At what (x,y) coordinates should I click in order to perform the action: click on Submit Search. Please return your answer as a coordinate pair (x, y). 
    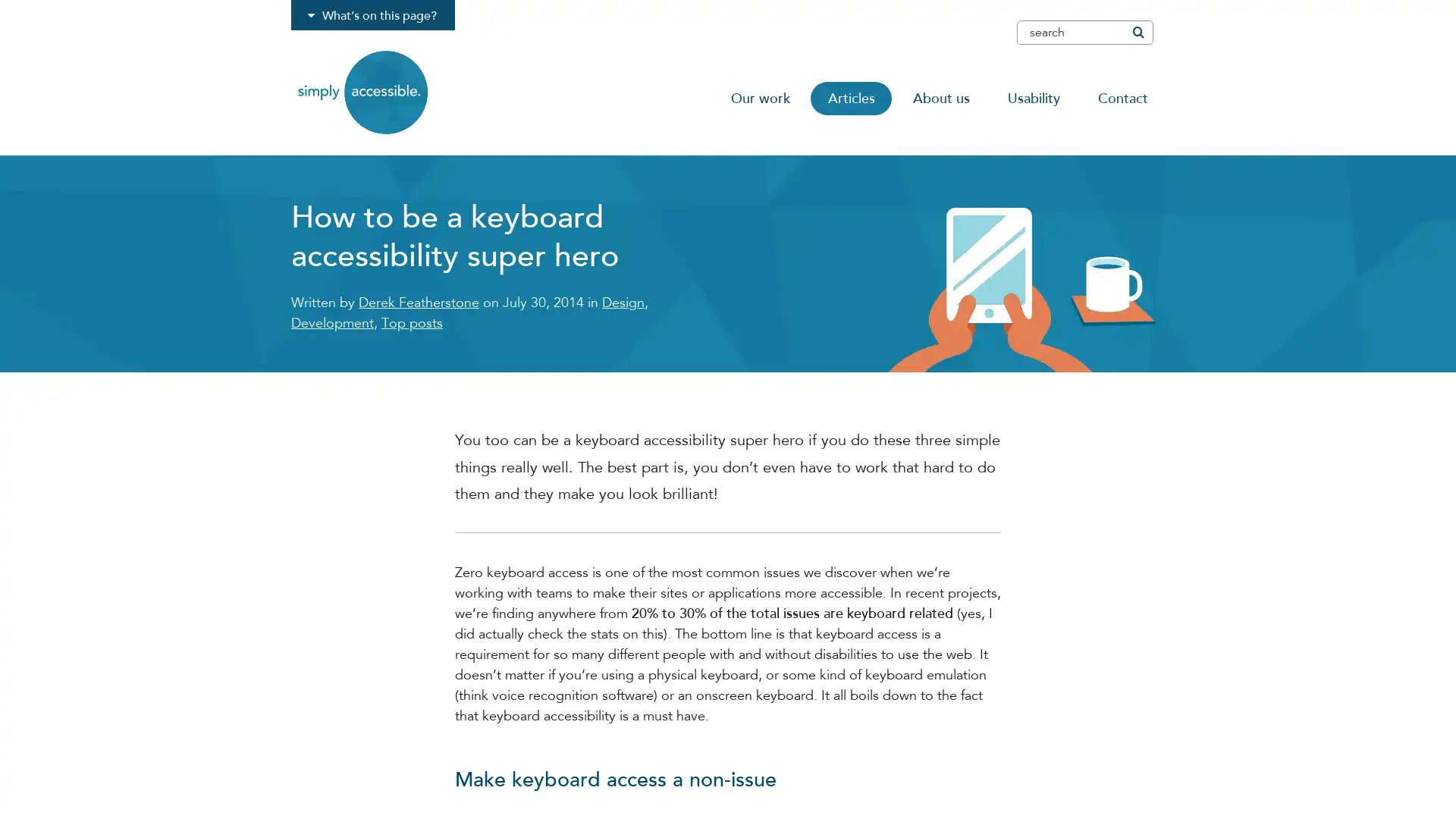
    Looking at the image, I should click on (1137, 32).